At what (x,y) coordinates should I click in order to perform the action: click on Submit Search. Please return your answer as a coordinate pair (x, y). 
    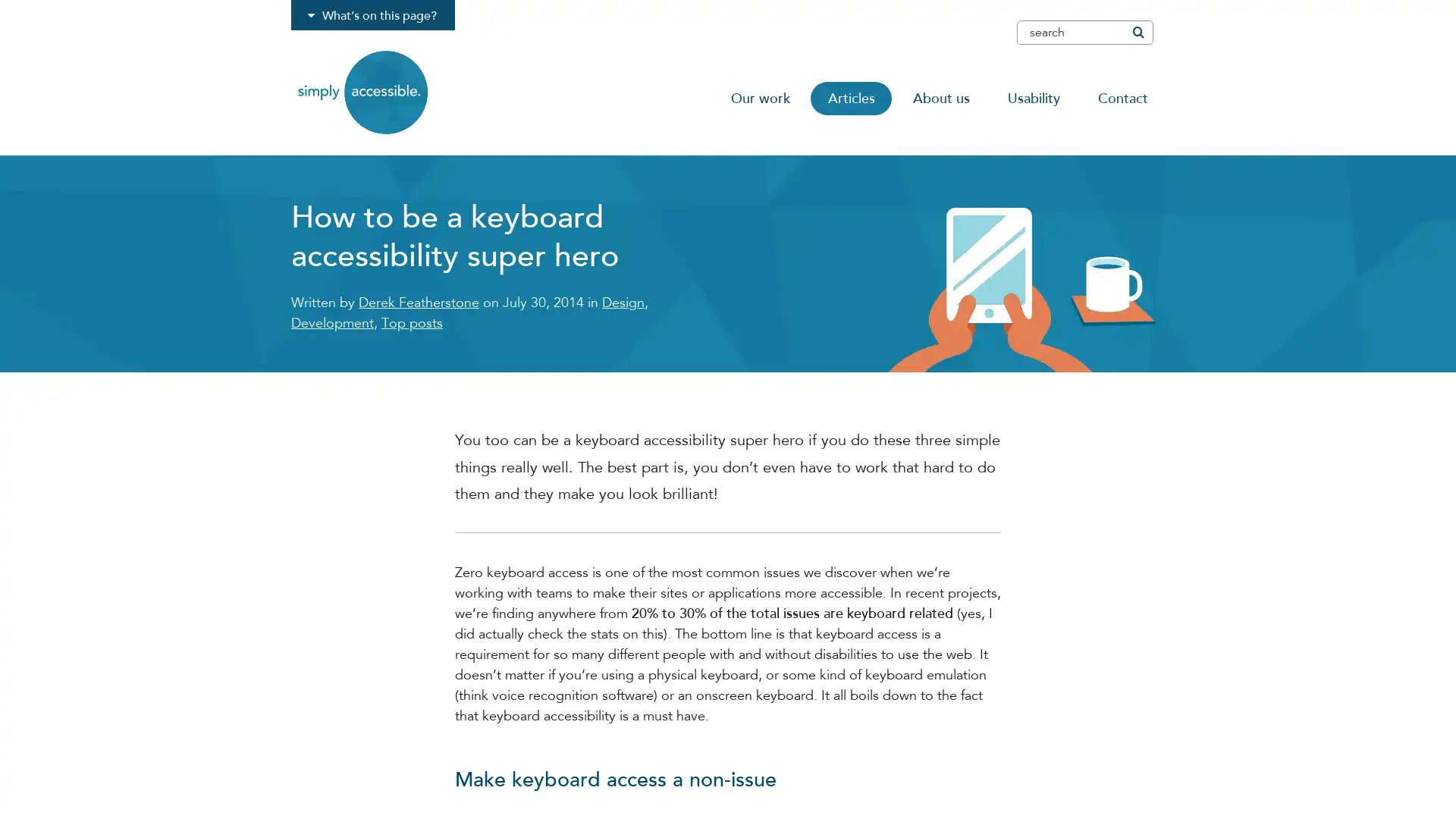
    Looking at the image, I should click on (1137, 32).